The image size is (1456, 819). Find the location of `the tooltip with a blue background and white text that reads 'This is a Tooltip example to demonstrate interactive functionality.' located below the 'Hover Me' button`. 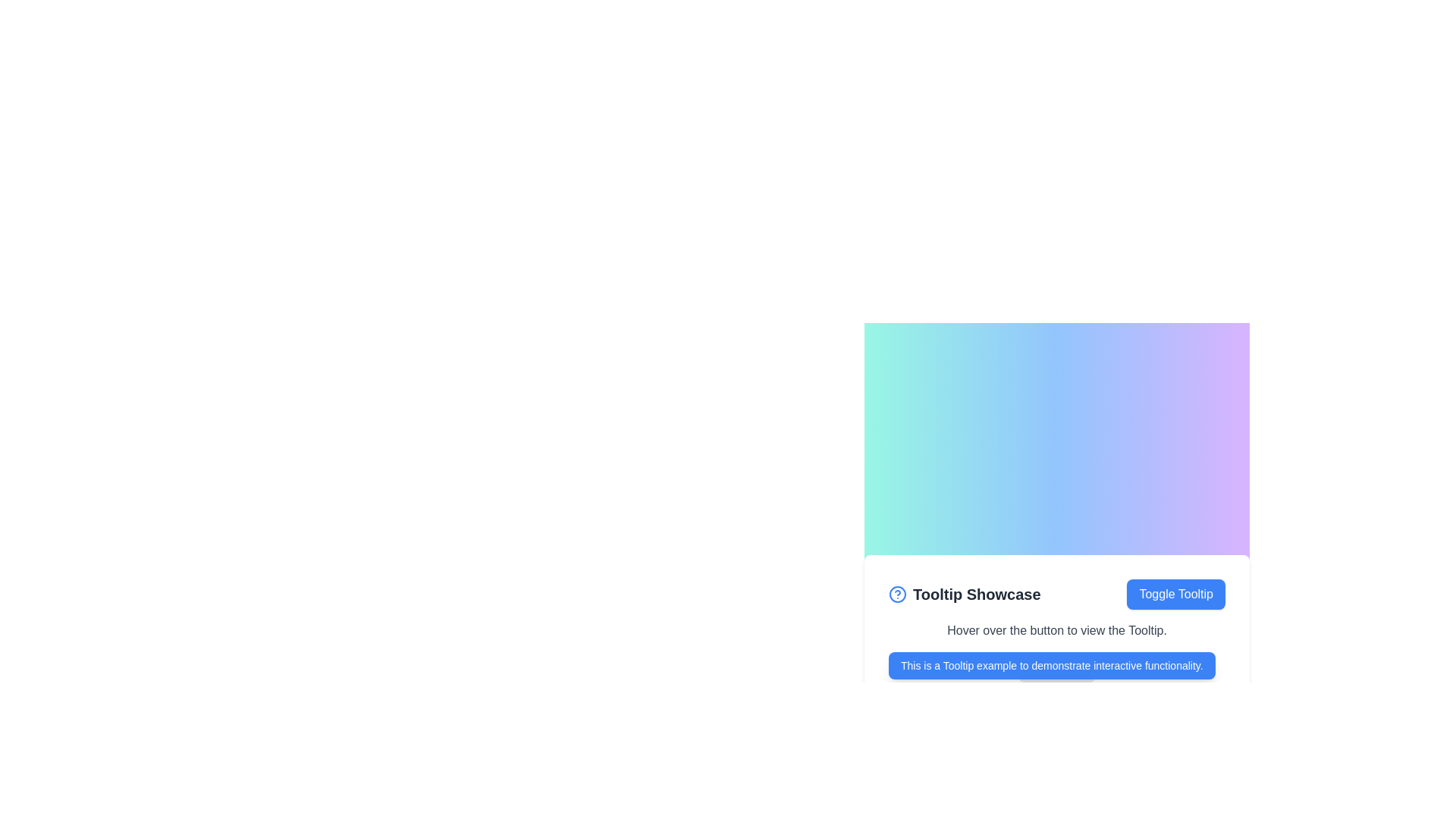

the tooltip with a blue background and white text that reads 'This is a Tooltip example to demonstrate interactive functionality.' located below the 'Hover Me' button is located at coordinates (1051, 664).